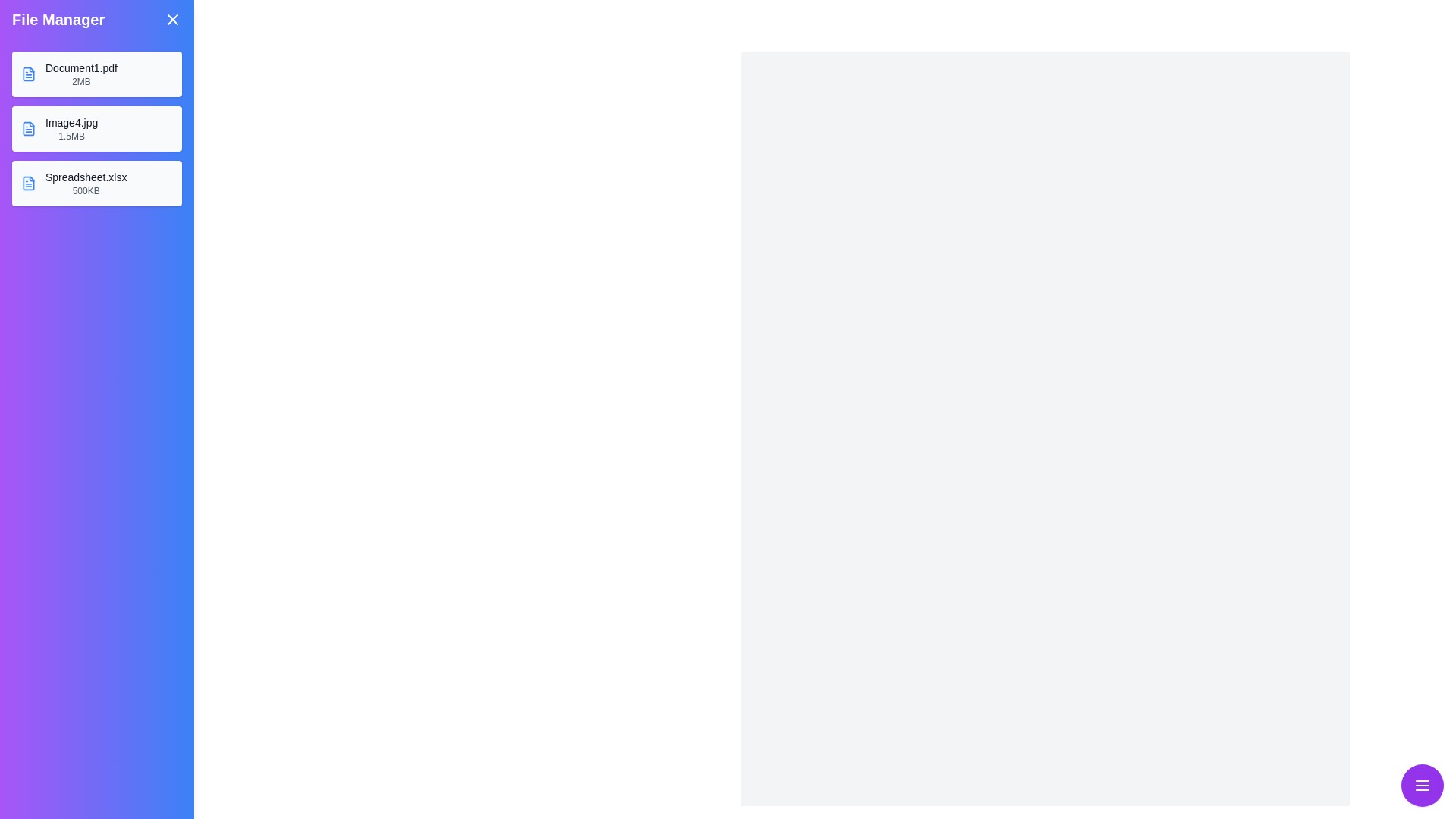  What do you see at coordinates (172, 20) in the screenshot?
I see `the circular close button with a cross symbol located in the top-right corner of the 'File Manager' panel header` at bounding box center [172, 20].